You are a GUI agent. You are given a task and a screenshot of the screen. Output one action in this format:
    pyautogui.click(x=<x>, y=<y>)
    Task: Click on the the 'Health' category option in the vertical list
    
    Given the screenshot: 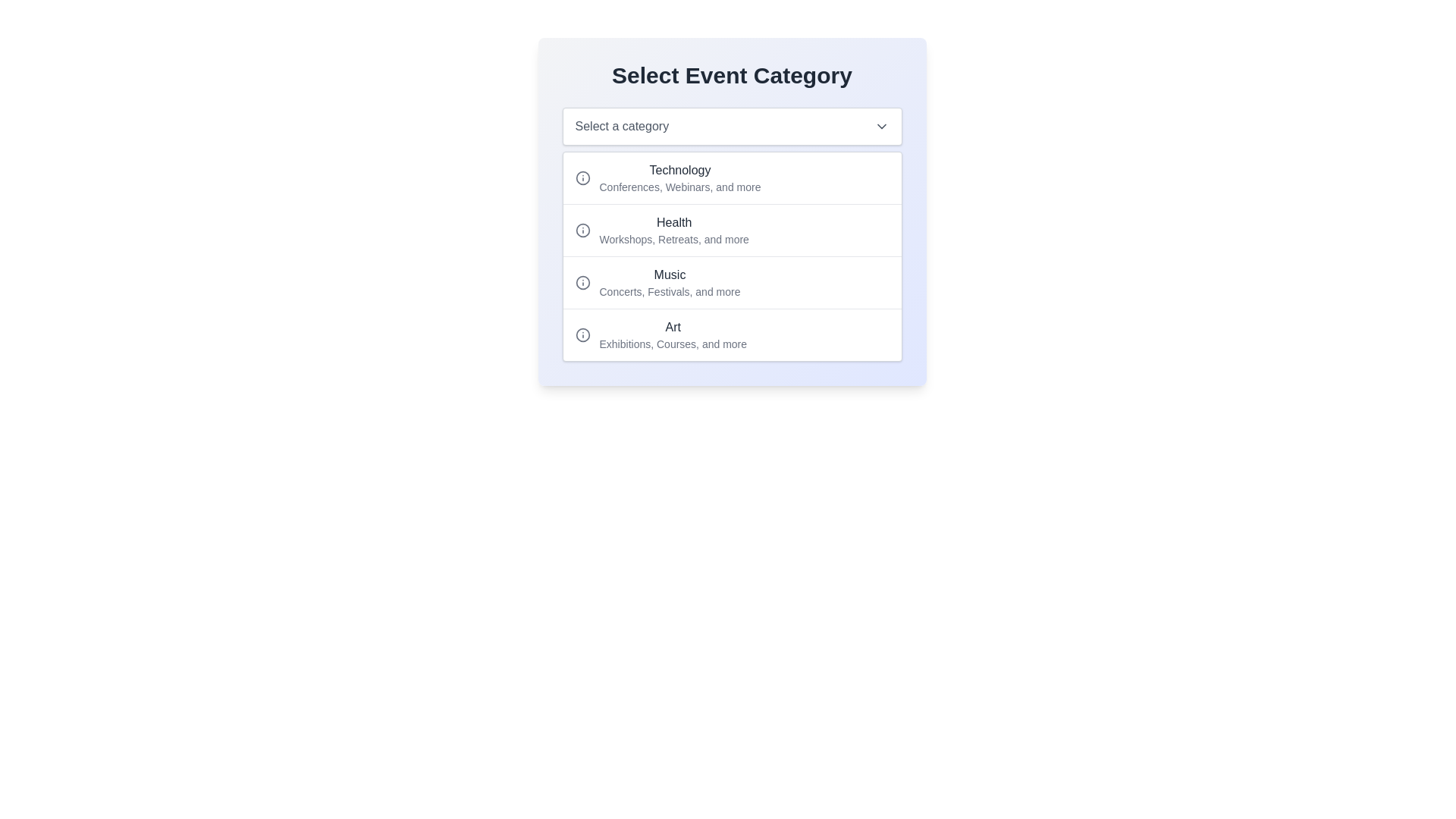 What is the action you would take?
    pyautogui.click(x=673, y=231)
    